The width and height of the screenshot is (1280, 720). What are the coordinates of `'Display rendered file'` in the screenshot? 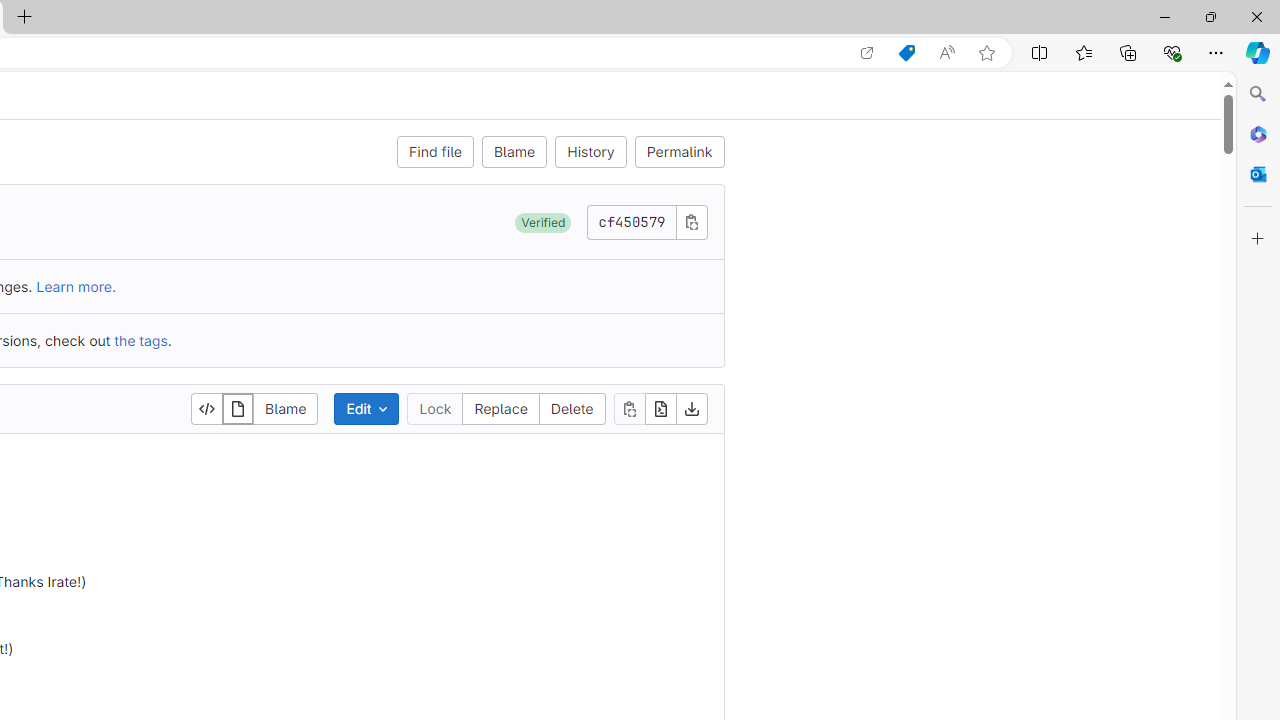 It's located at (238, 407).